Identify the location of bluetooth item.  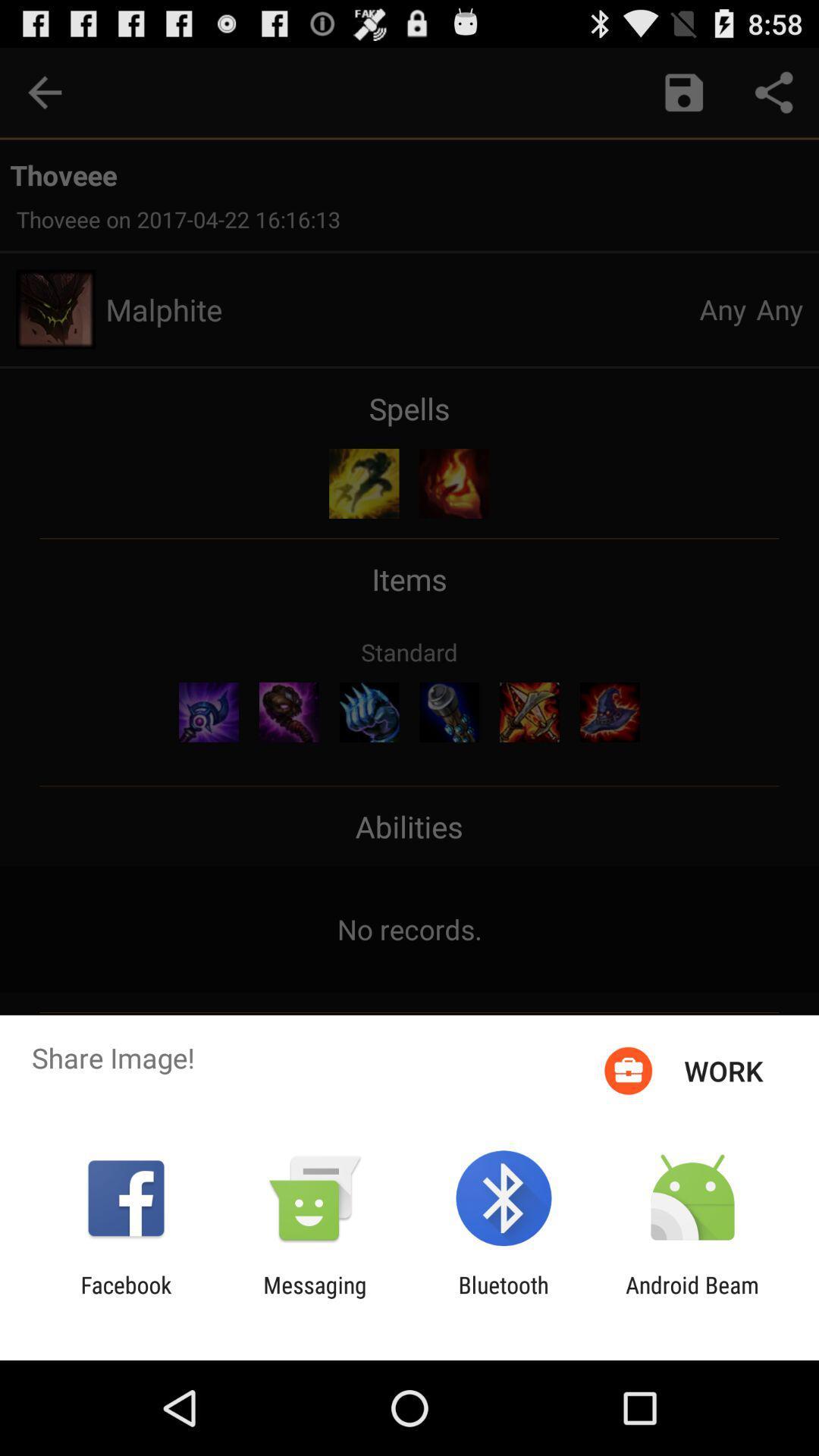
(504, 1298).